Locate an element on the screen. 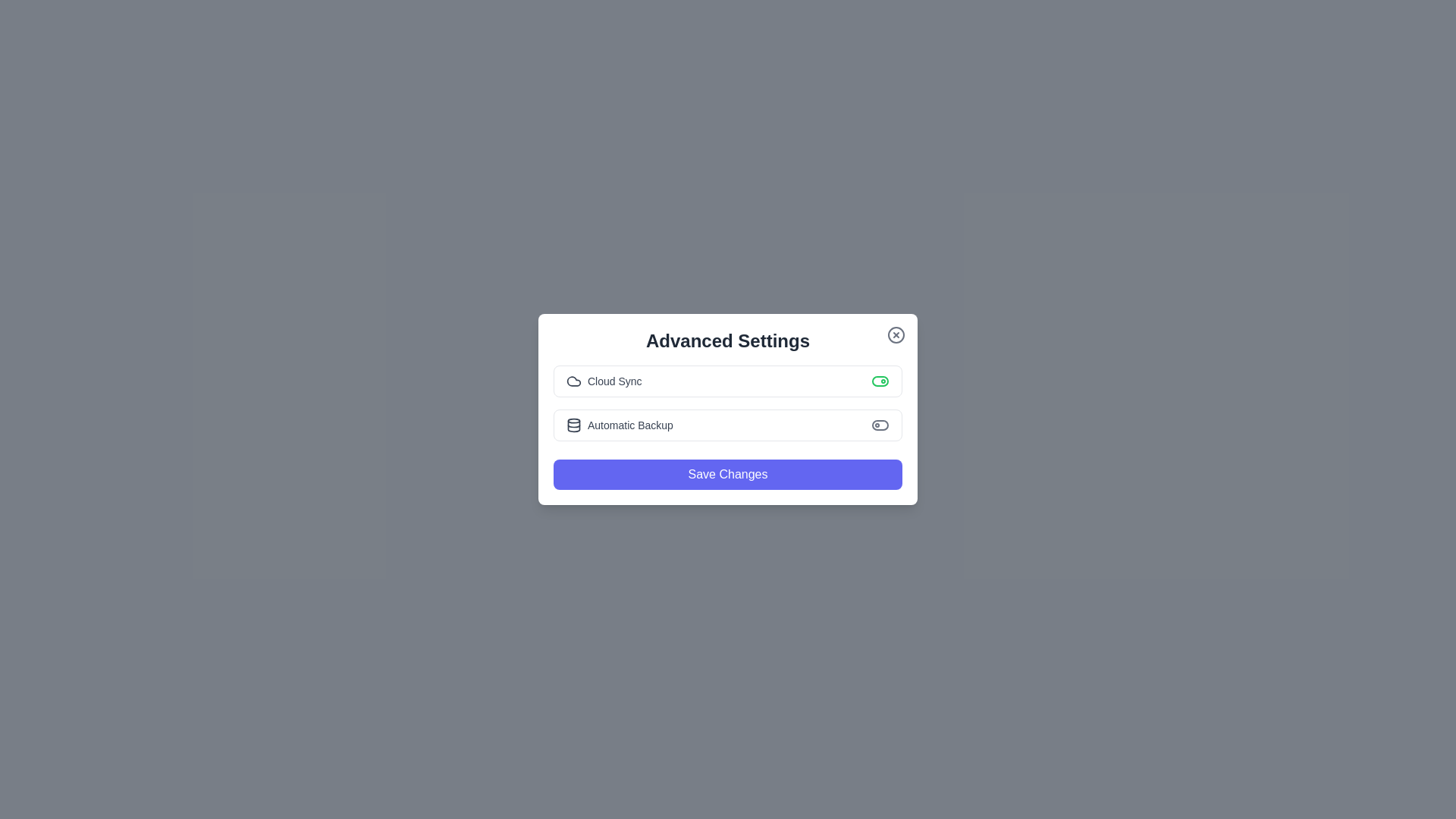 The width and height of the screenshot is (1456, 819). the 'Cloud Sync' text label with the cloud icon in the settings panel is located at coordinates (603, 380).